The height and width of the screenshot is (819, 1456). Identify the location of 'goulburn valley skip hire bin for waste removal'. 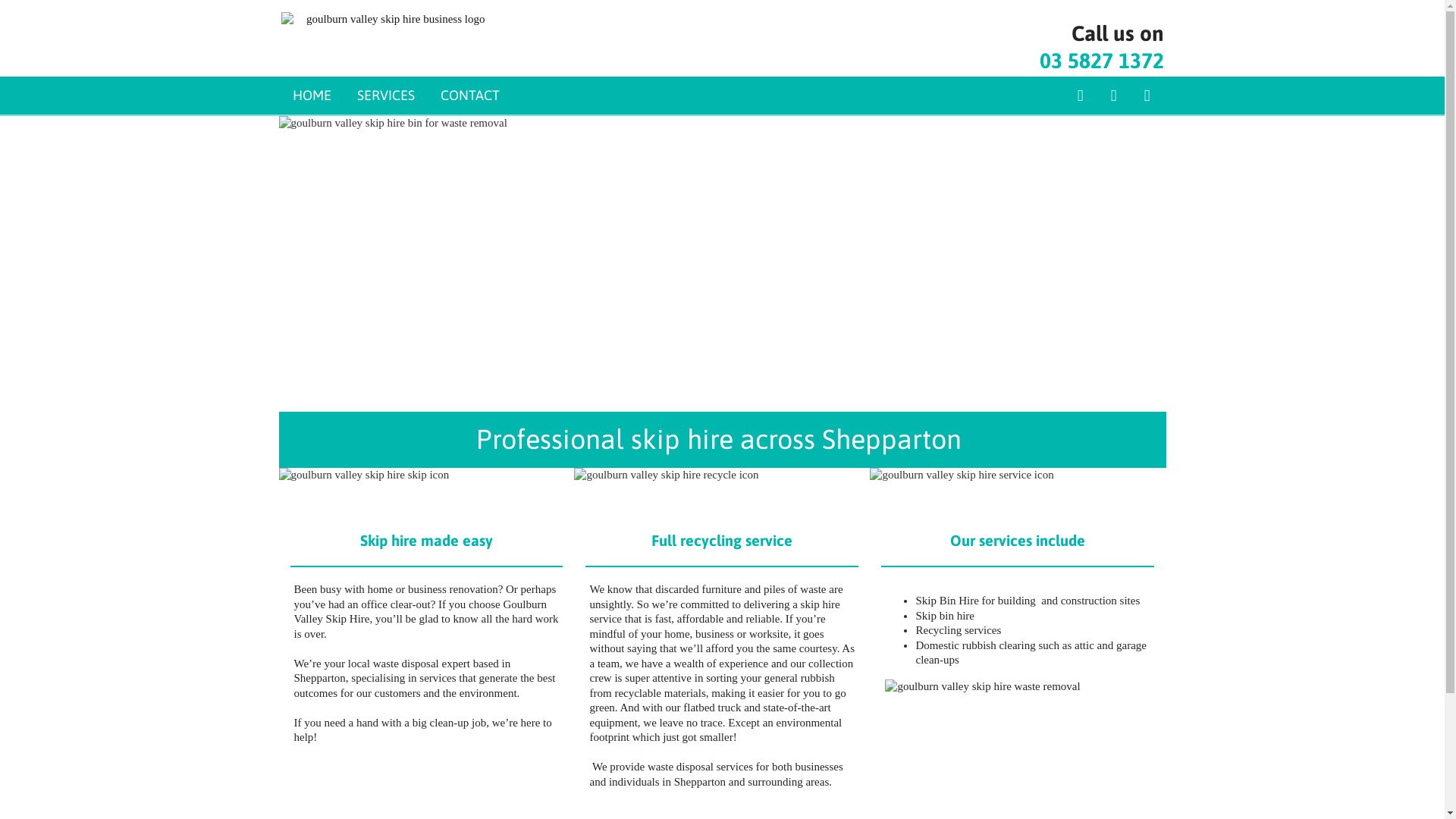
(722, 262).